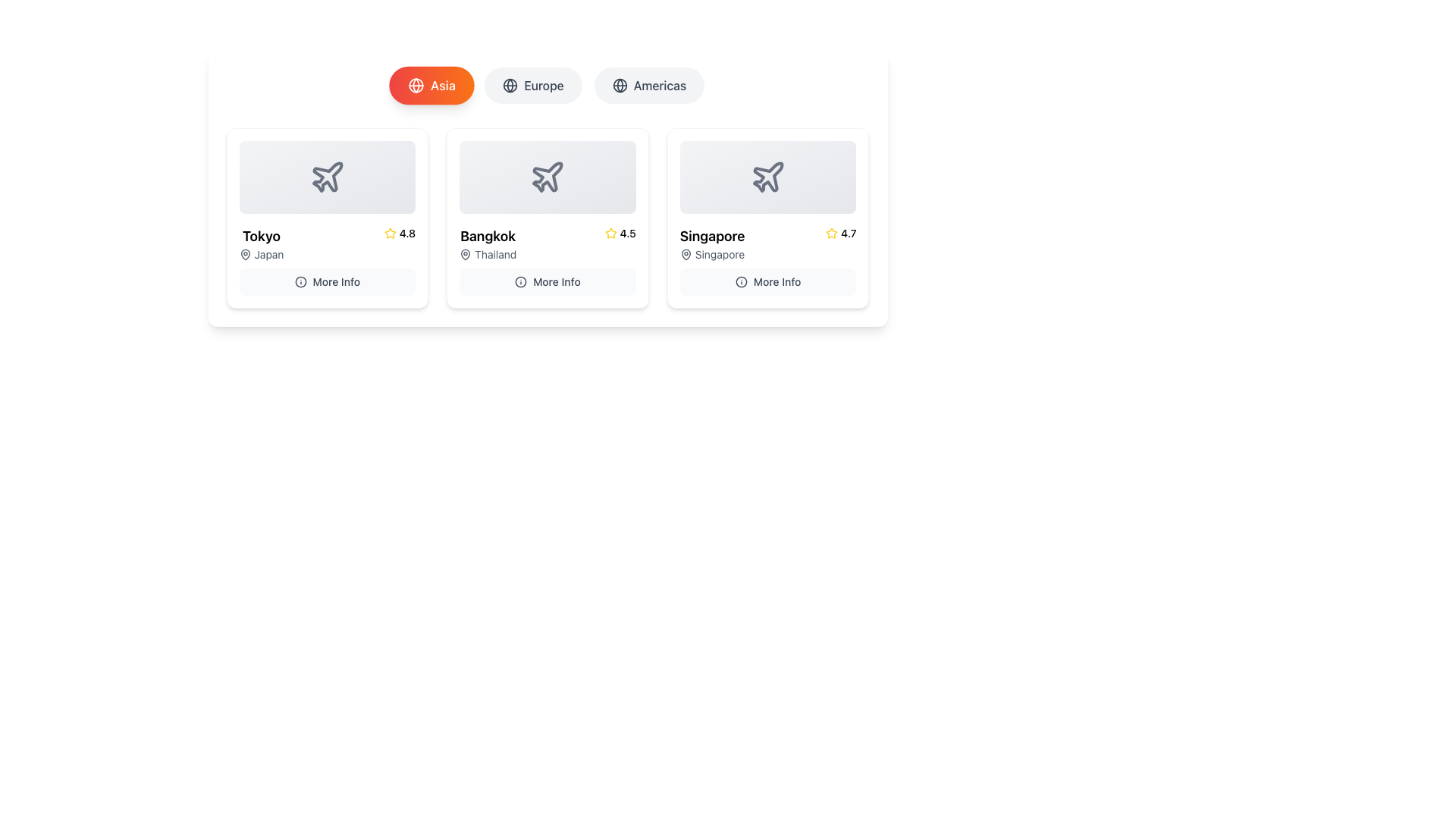 The image size is (1456, 819). What do you see at coordinates (768, 176) in the screenshot?
I see `the airplane icon located in the Singapore card, which is the third card from the left, centrally aligned within the upper part of the grayed rectangular area` at bounding box center [768, 176].